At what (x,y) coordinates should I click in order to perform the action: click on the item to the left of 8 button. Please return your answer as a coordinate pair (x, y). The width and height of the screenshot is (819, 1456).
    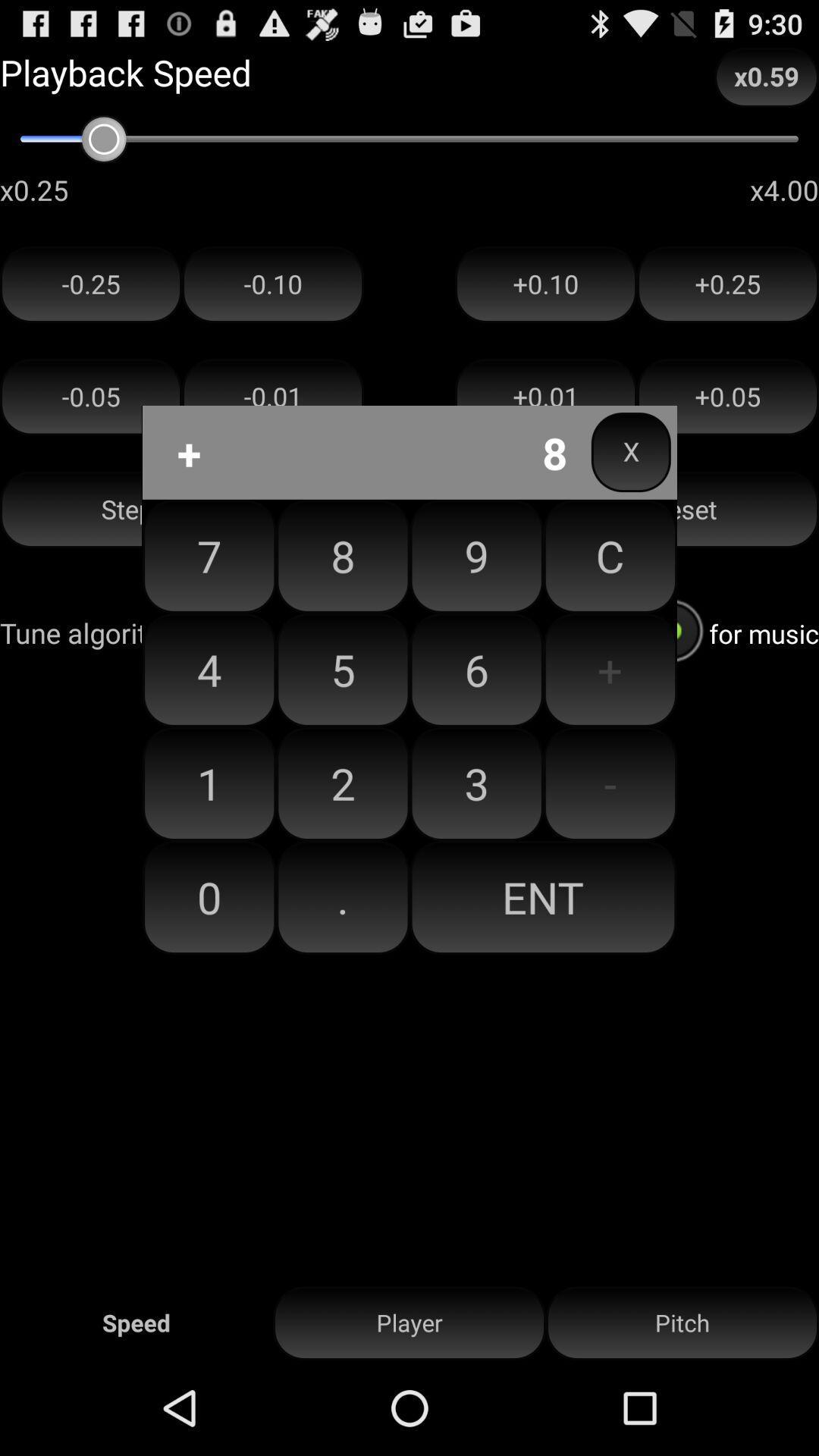
    Looking at the image, I should click on (209, 555).